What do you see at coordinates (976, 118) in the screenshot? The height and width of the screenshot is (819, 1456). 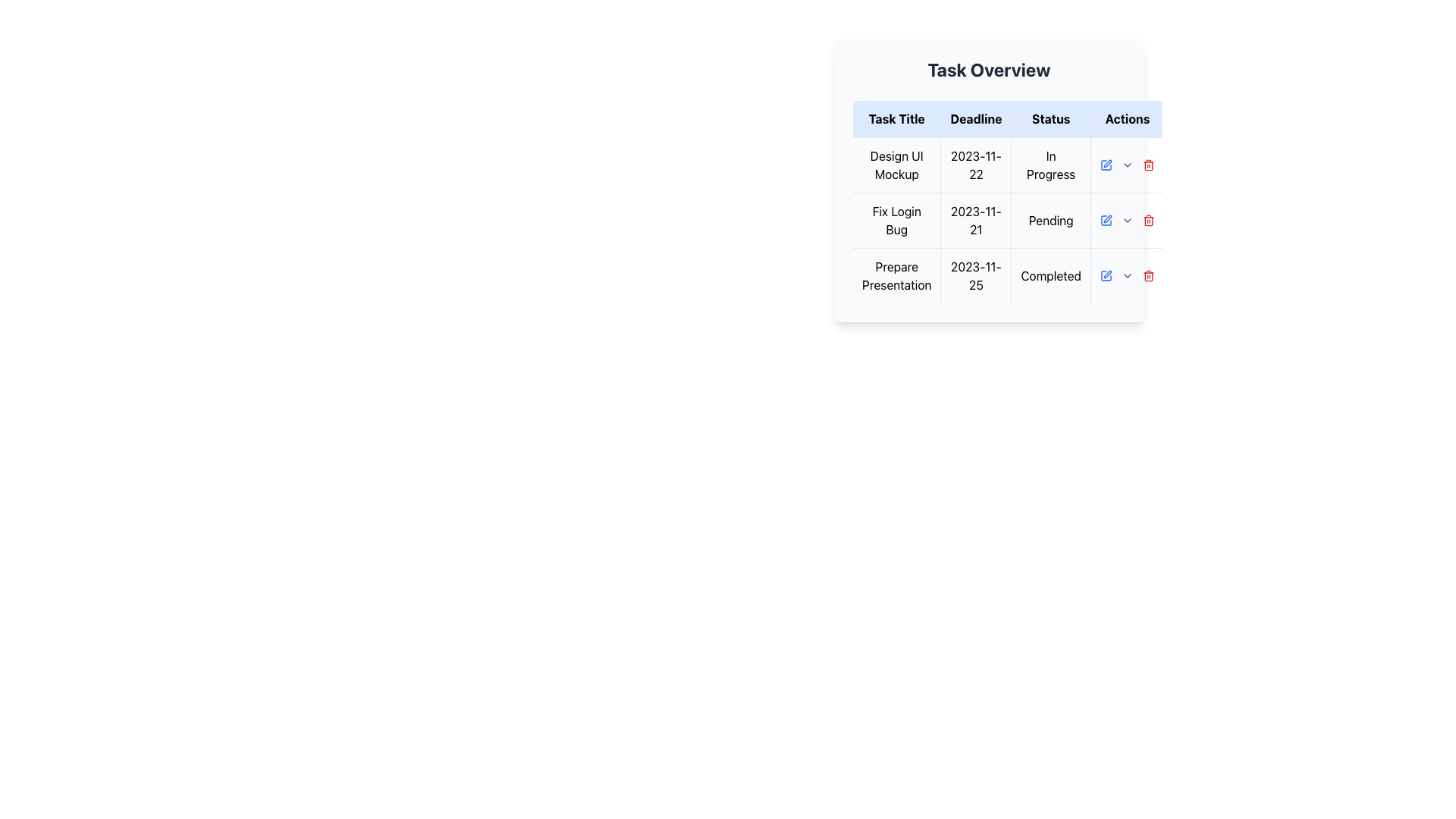 I see `the text label with the bold font reading 'Deadline', which is located between 'Task Title' and 'Status' in the header row of the table` at bounding box center [976, 118].